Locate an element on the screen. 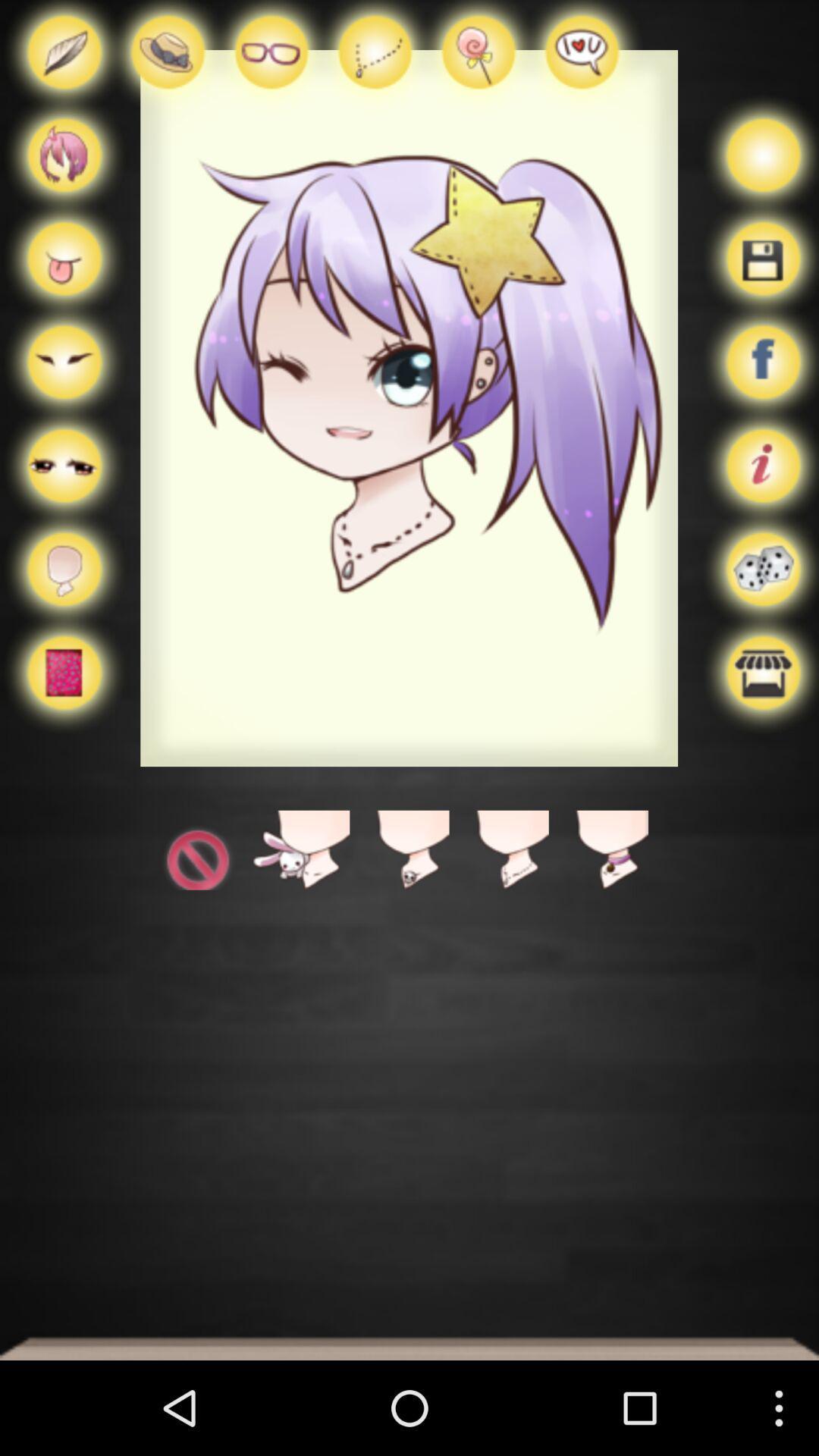  the star icon is located at coordinates (499, 910).